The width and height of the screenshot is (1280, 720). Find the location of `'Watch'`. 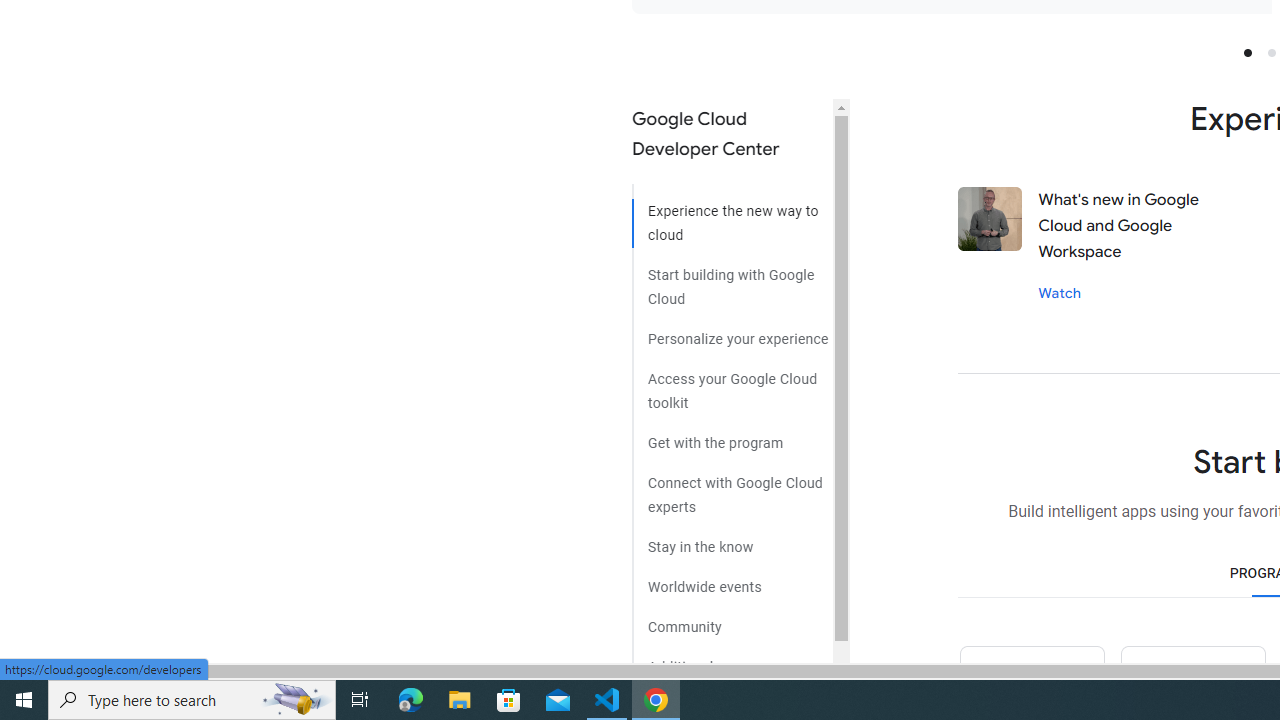

'Watch' is located at coordinates (1058, 292).